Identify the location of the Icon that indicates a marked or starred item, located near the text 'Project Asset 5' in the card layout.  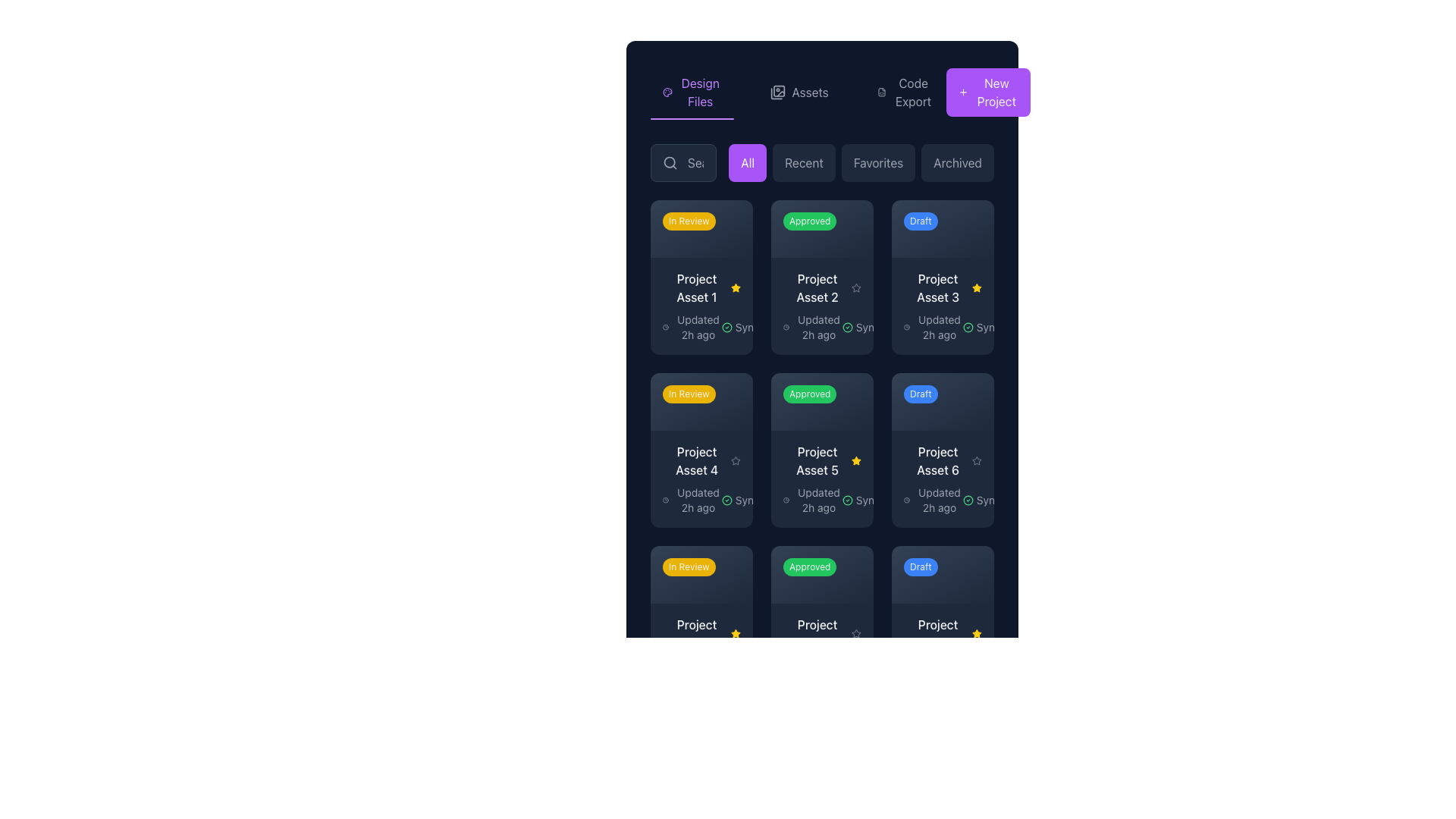
(977, 633).